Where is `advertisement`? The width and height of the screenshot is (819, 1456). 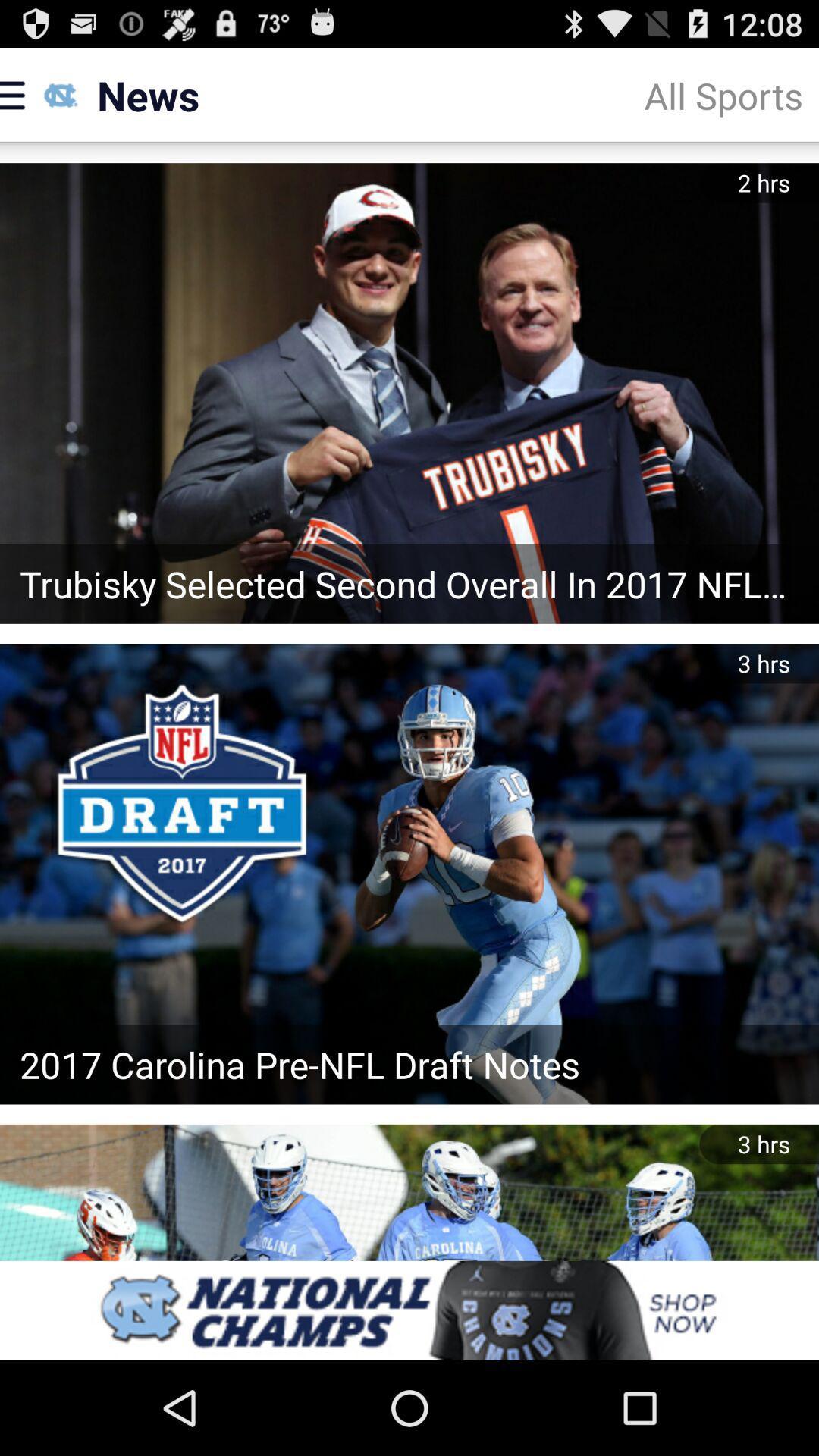
advertisement is located at coordinates (409, 1310).